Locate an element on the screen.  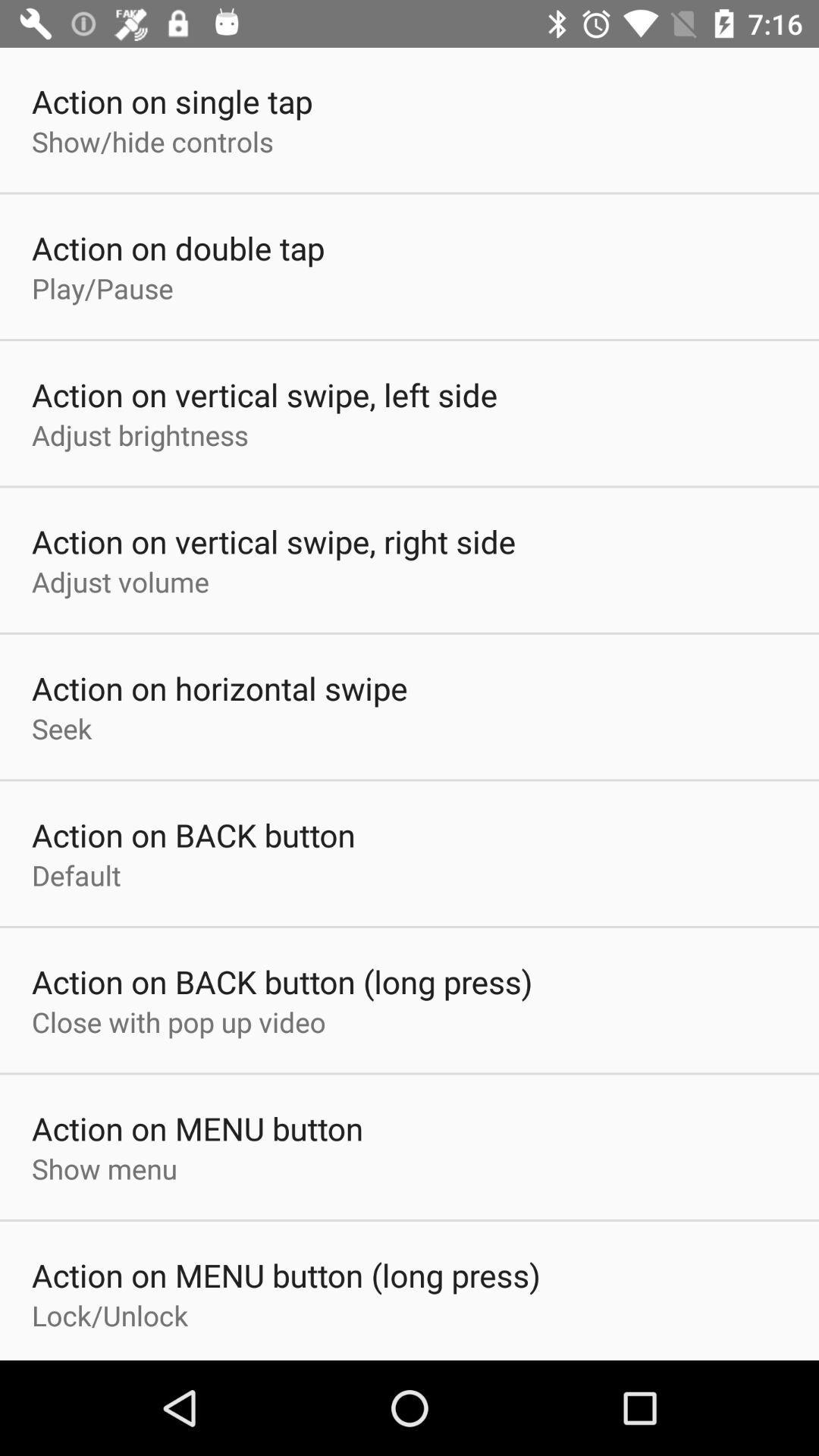
close with pop is located at coordinates (177, 1021).